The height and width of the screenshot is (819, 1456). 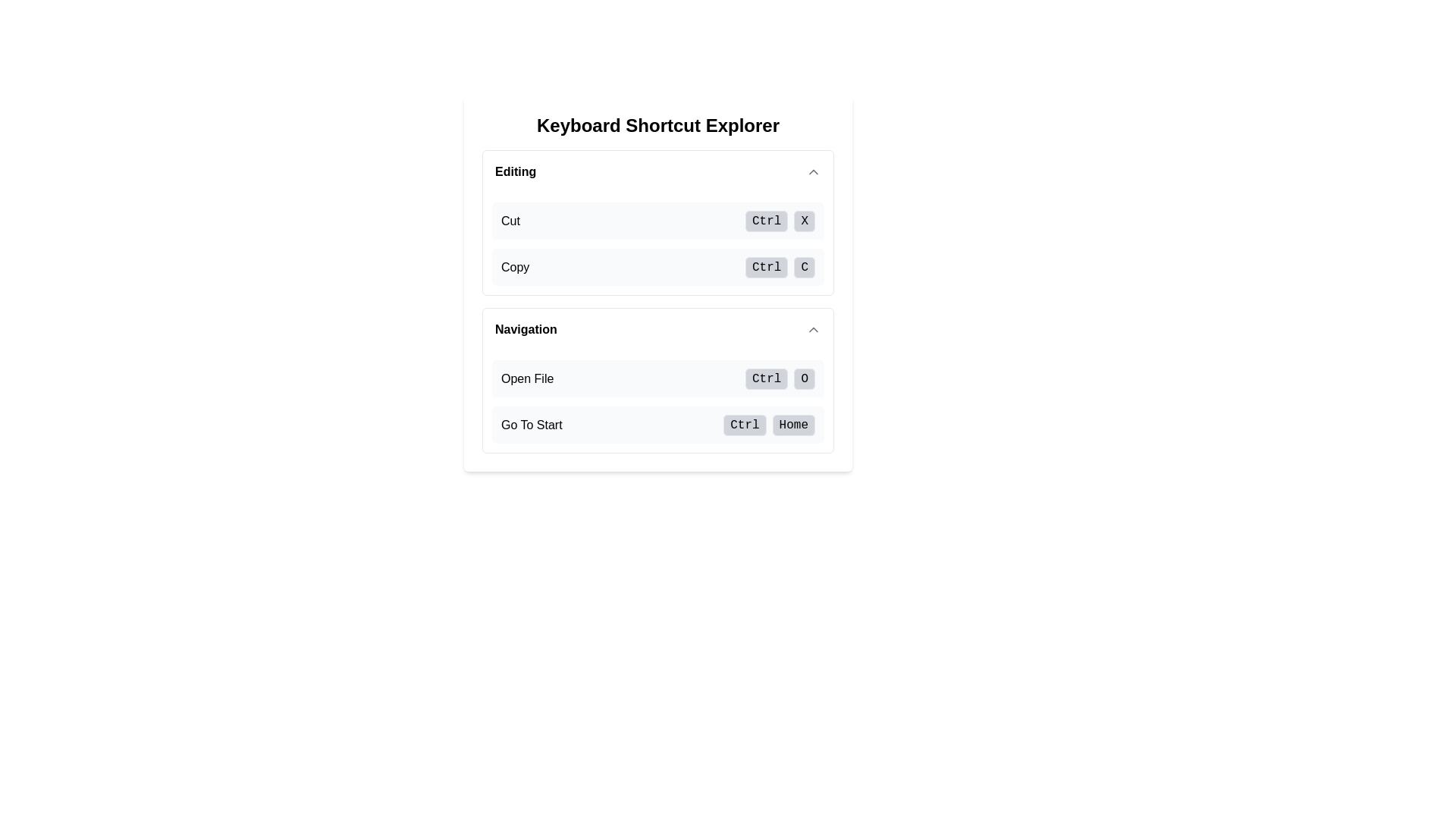 I want to click on the upward-pointing chevron icon, so click(x=813, y=329).